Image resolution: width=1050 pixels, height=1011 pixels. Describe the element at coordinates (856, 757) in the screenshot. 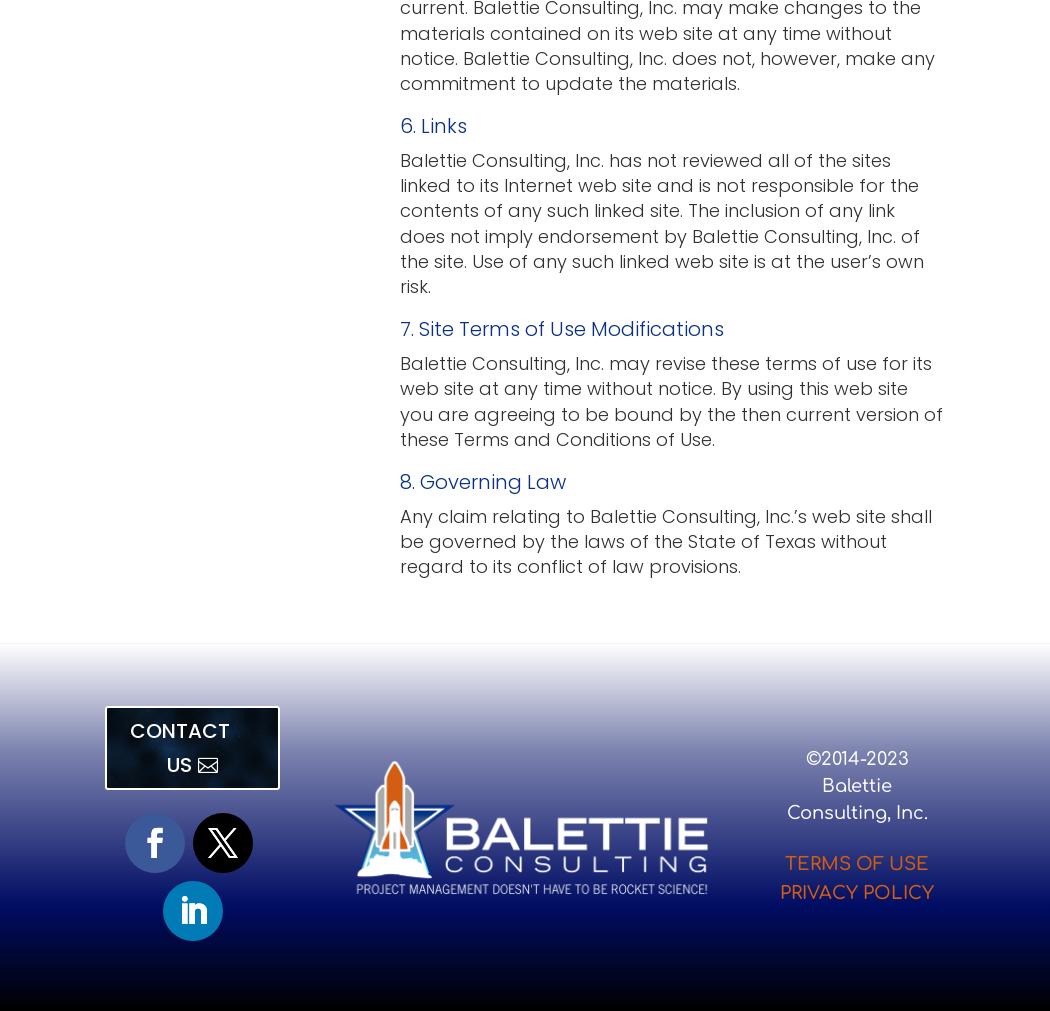

I see `'©2014-2023'` at that location.